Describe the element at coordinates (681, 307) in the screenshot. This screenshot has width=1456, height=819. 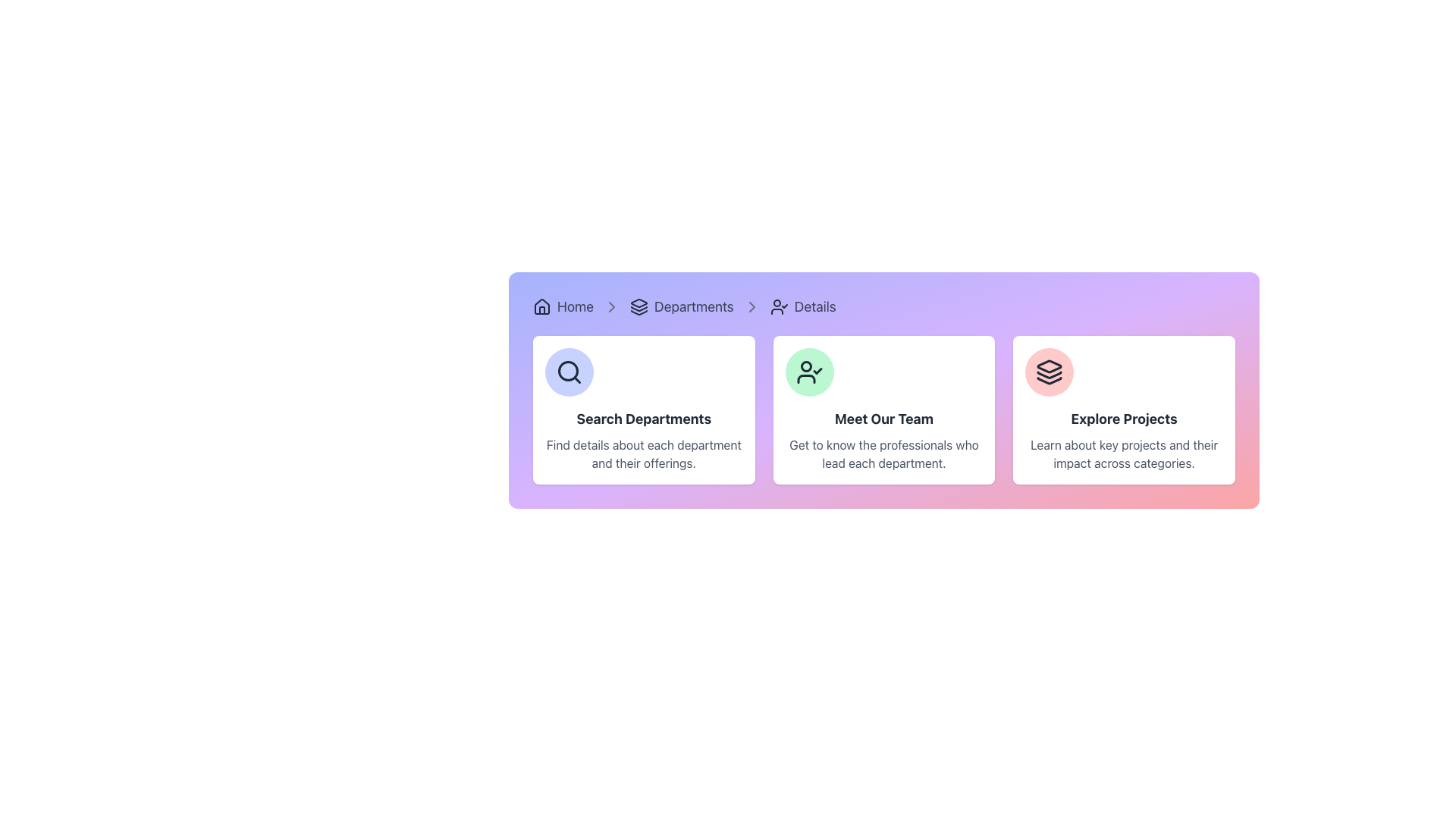
I see `the Breadcrumb Navigation Link labeled 'Departments'` at that location.